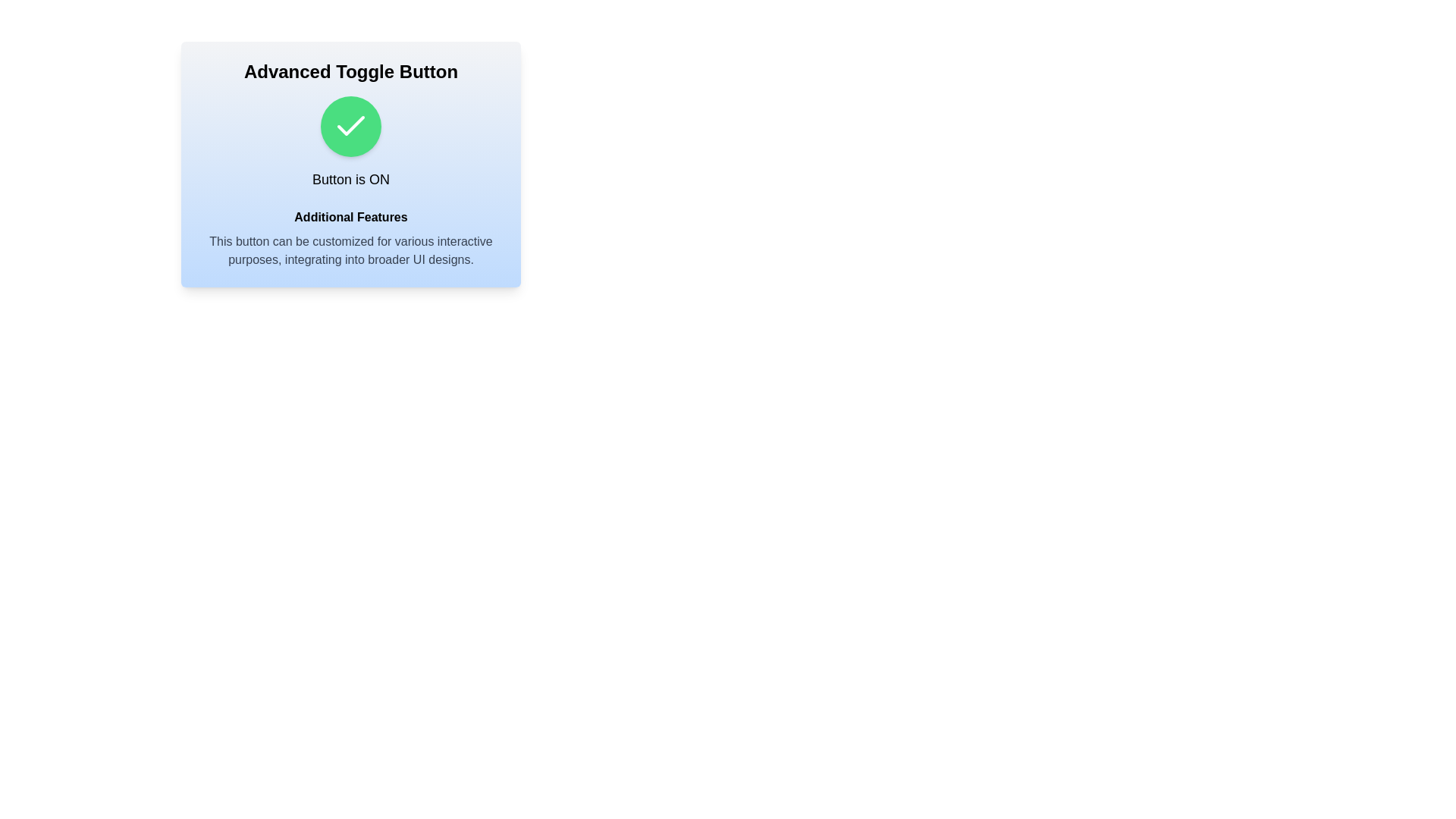  Describe the element at coordinates (350, 125) in the screenshot. I see `the toggle button to switch its state` at that location.